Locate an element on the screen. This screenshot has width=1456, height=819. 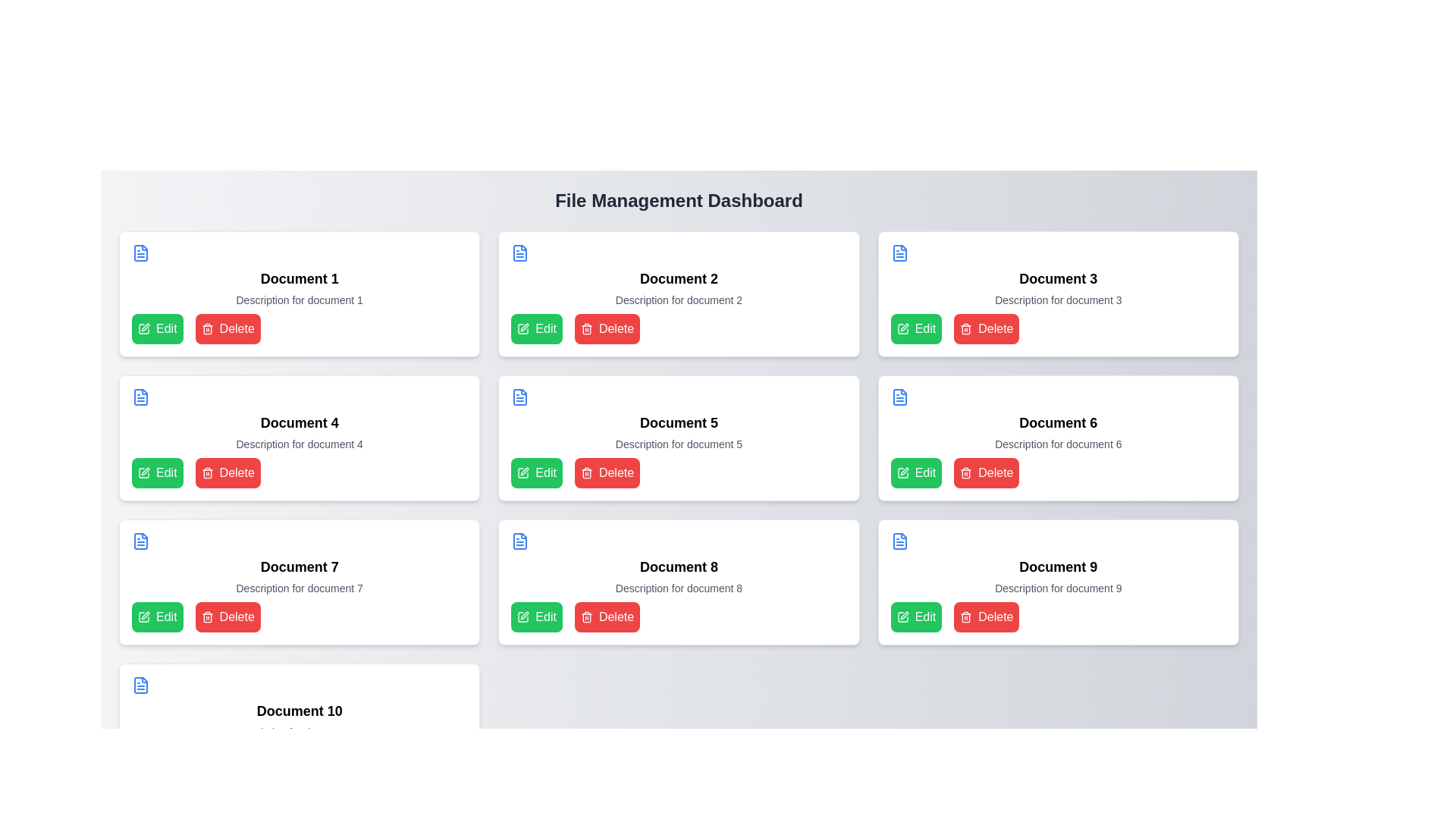
the 'Delete' button with a red background and white text, located at the bottom-right corner of the 'Document 9' card is located at coordinates (987, 617).